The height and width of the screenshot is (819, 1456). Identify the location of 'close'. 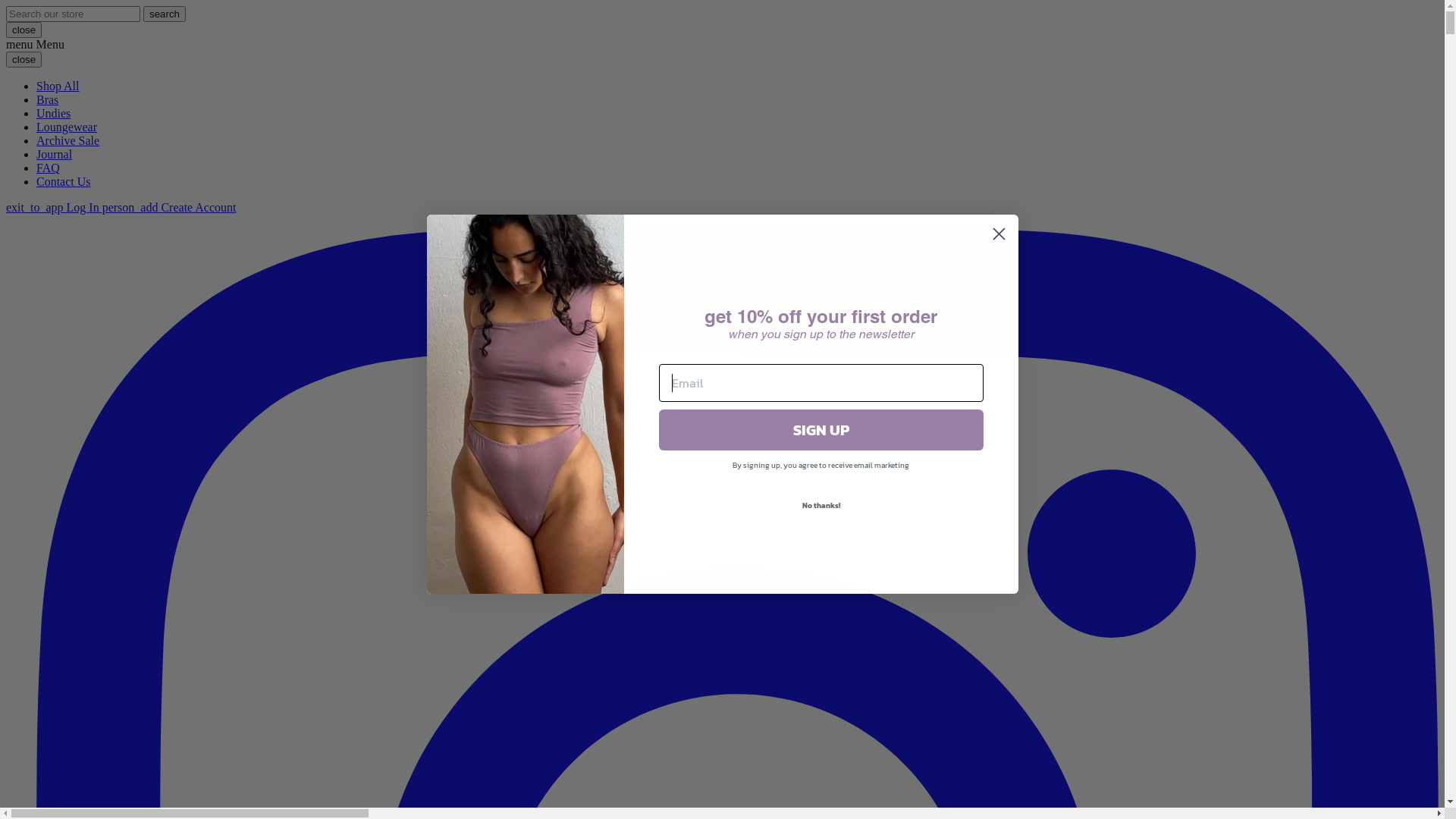
(24, 30).